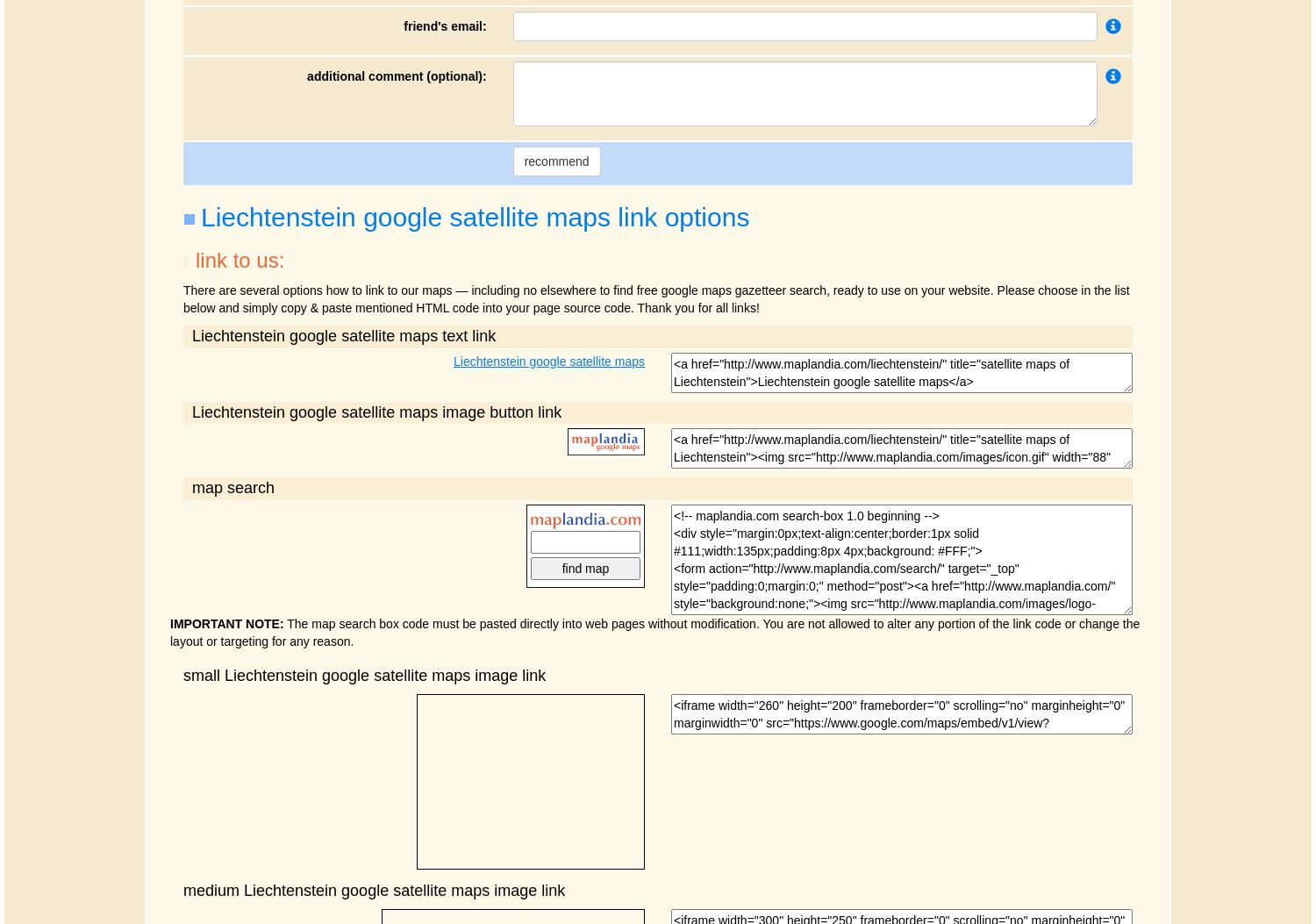 The height and width of the screenshot is (924, 1316). I want to click on 'Liechtenstein google satellite maps', so click(454, 360).